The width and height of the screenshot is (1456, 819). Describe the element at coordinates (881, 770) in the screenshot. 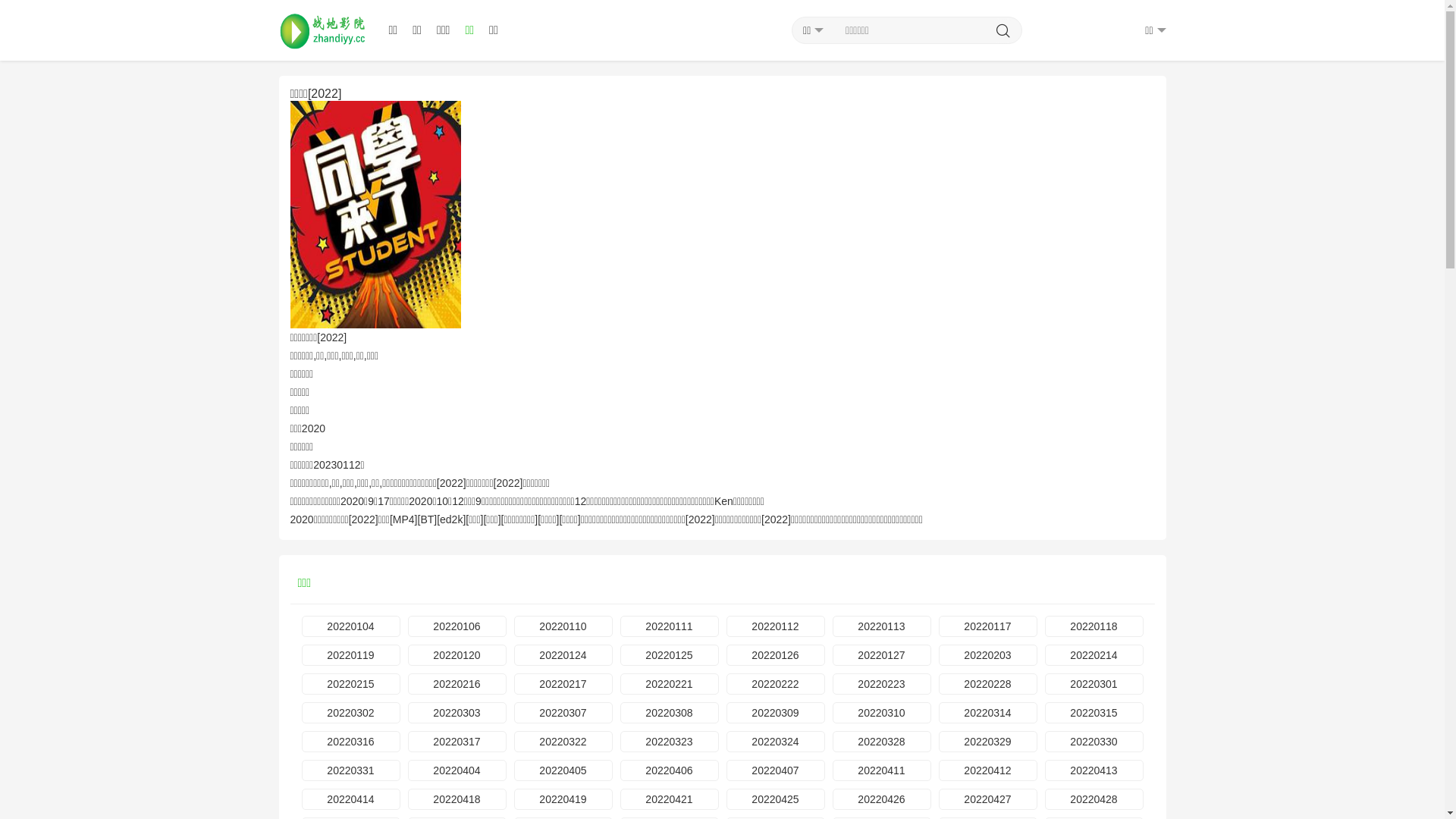

I see `'20220411'` at that location.